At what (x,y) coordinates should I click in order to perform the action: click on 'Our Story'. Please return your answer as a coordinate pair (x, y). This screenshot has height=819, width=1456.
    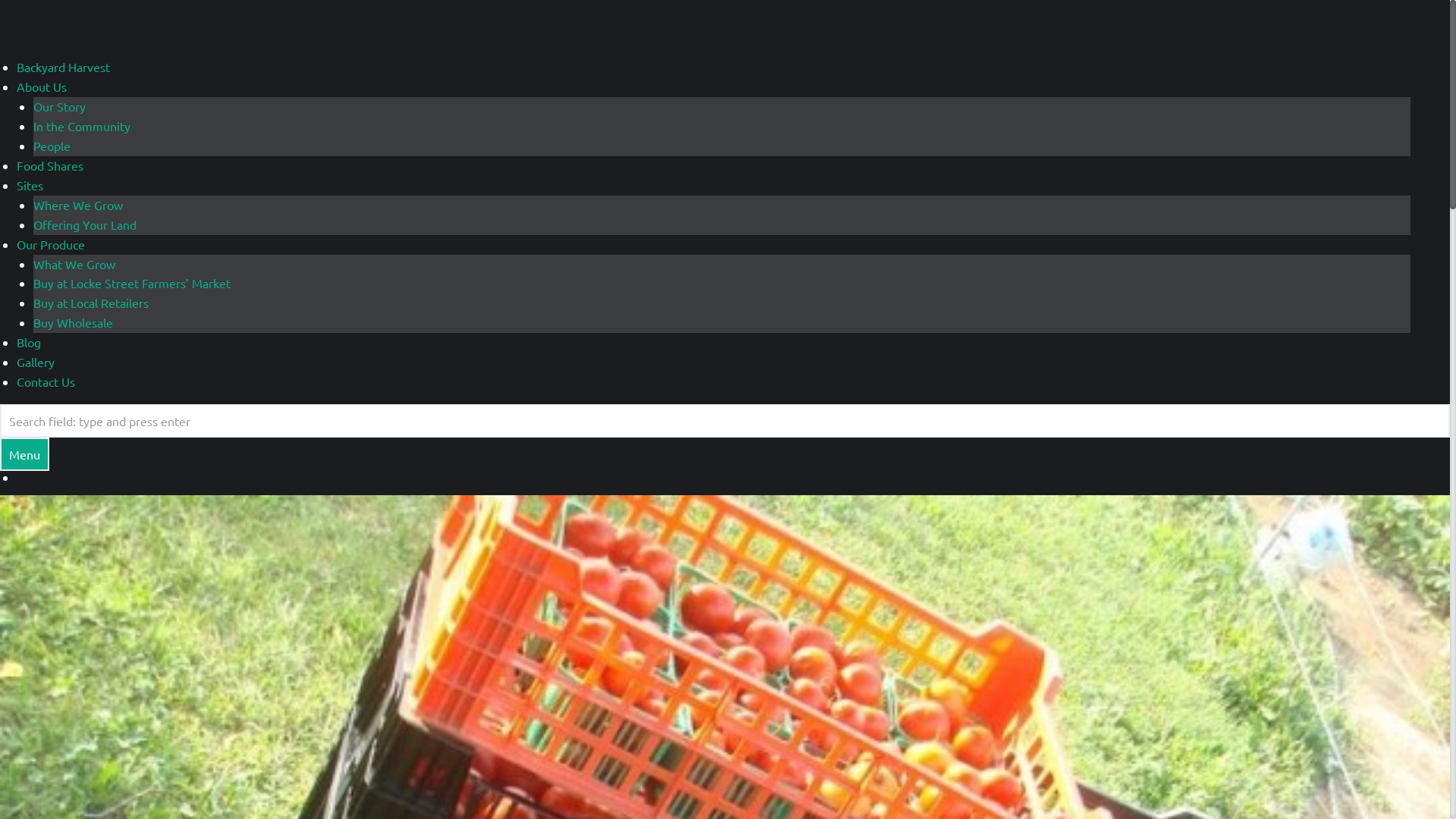
    Looking at the image, I should click on (33, 105).